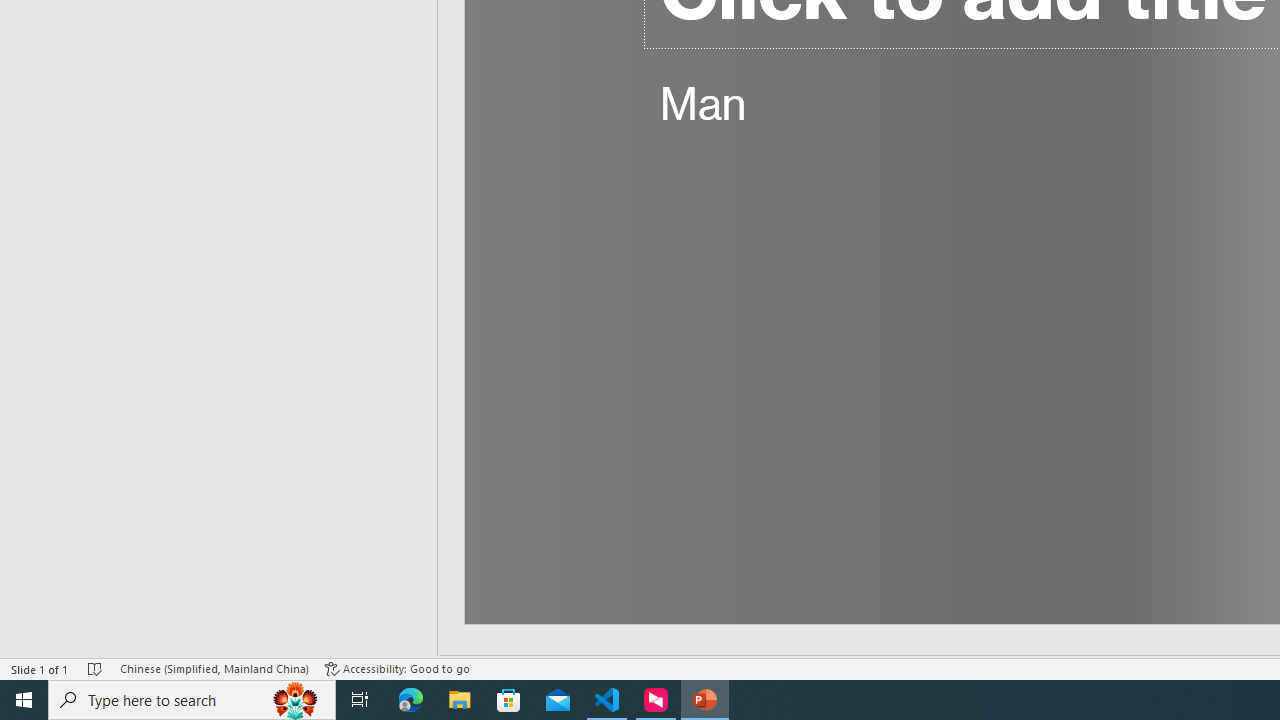 The width and height of the screenshot is (1280, 720). Describe the element at coordinates (397, 669) in the screenshot. I see `'Accessibility Checker Accessibility: Good to go'` at that location.